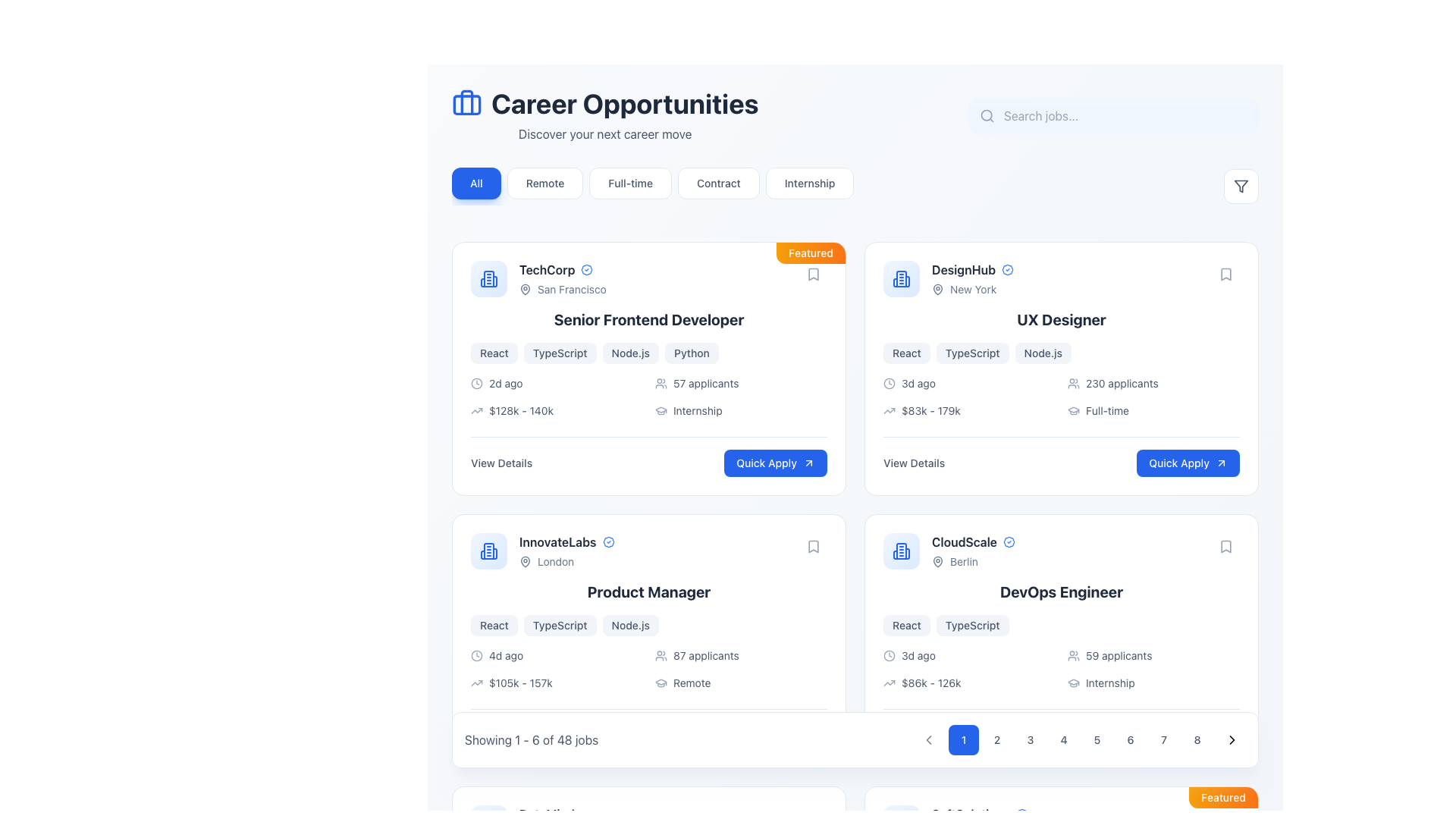 The image size is (1456, 819). I want to click on the verified company name label located at the top-left corner of the job listing card for 'Senior Frontend Developer' to get more information about the company, so click(562, 268).